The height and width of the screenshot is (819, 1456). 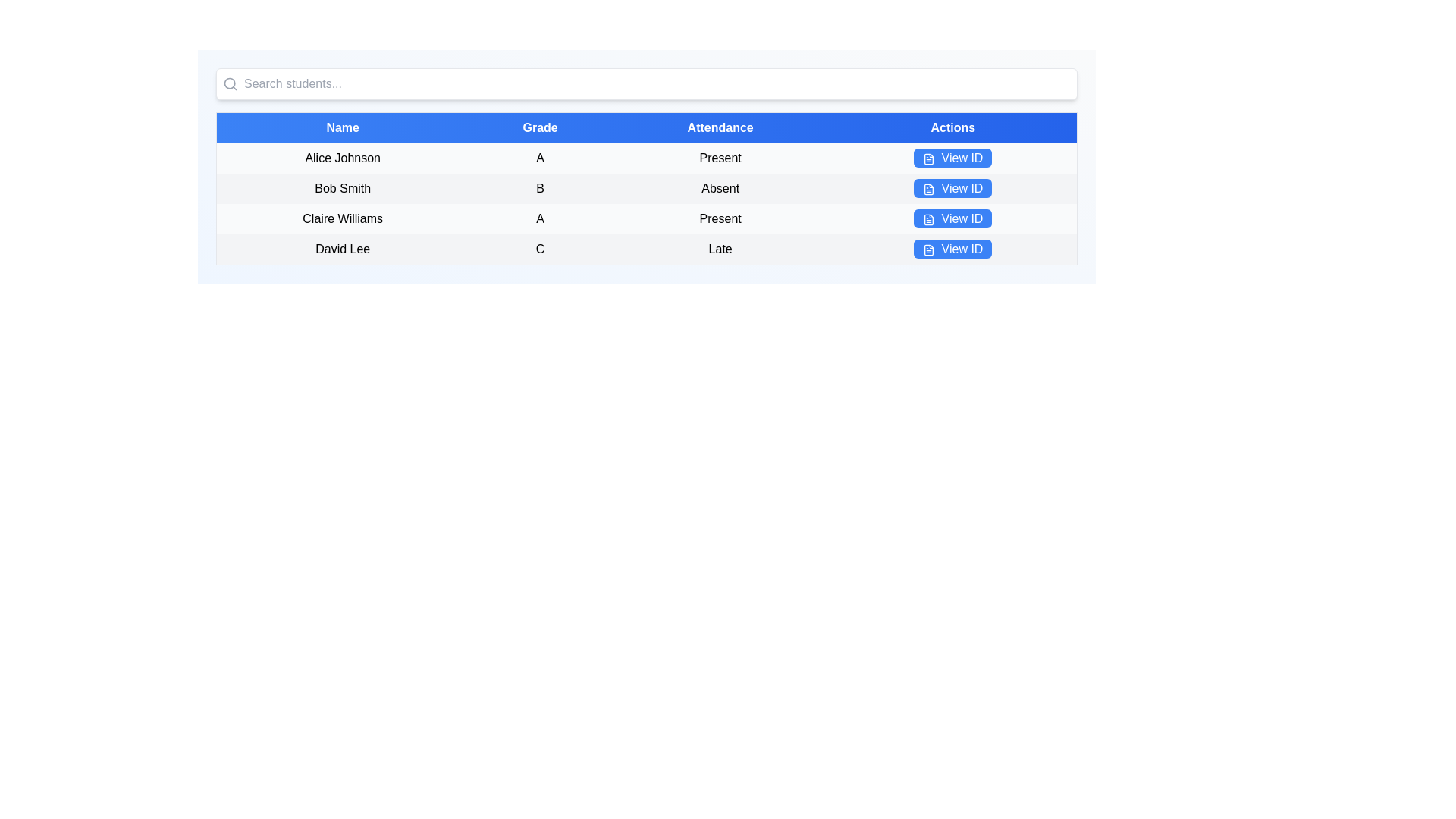 What do you see at coordinates (928, 188) in the screenshot?
I see `the file icon in the second 'View ID' button of the 'Actions' column, which is aligned to the left within the button for 'Bob Smith'` at bounding box center [928, 188].